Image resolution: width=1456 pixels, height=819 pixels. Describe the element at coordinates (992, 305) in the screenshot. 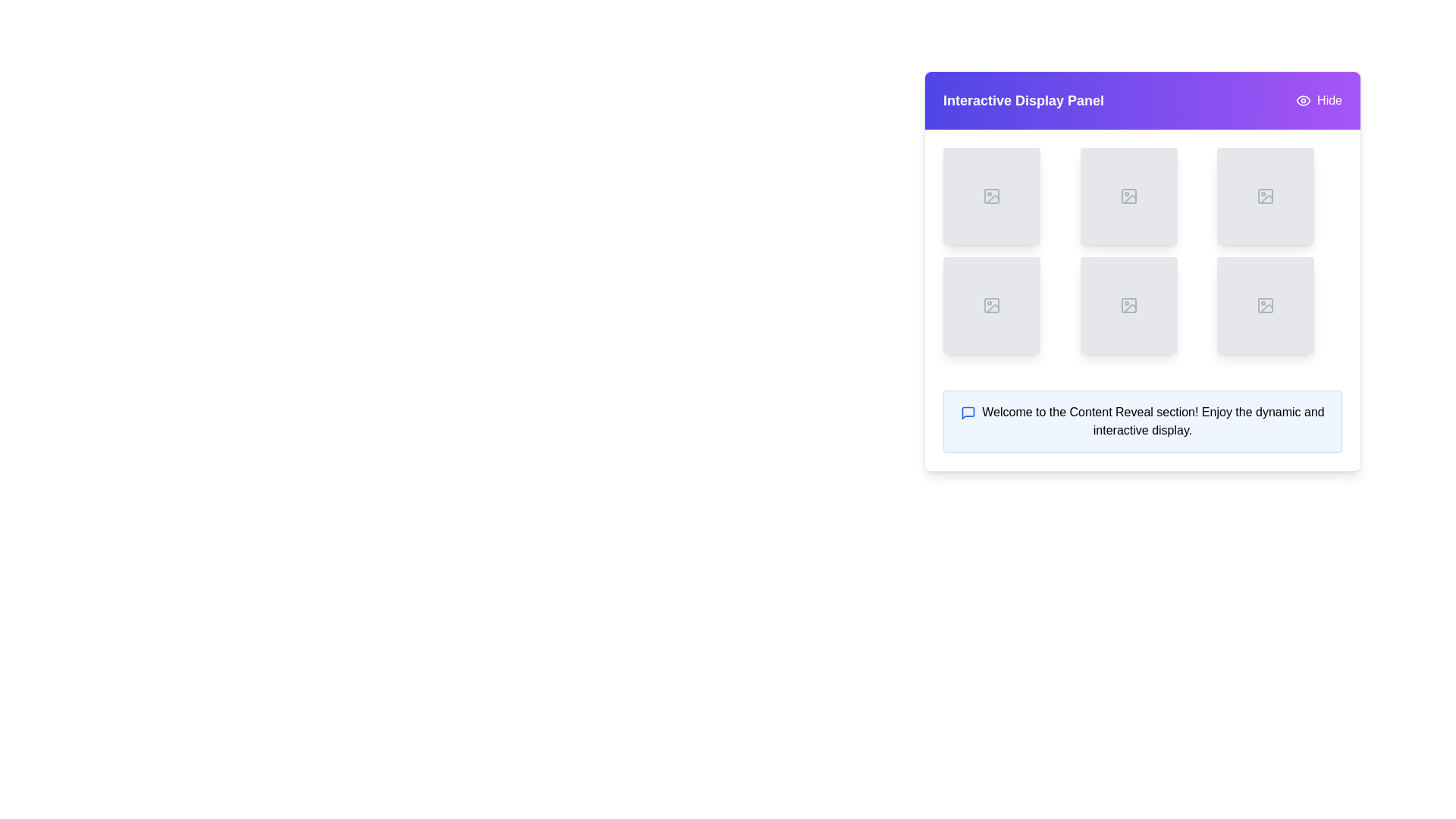

I see `the image placeholder icon, which is the second icon in the second row of a grid arrangement` at that location.